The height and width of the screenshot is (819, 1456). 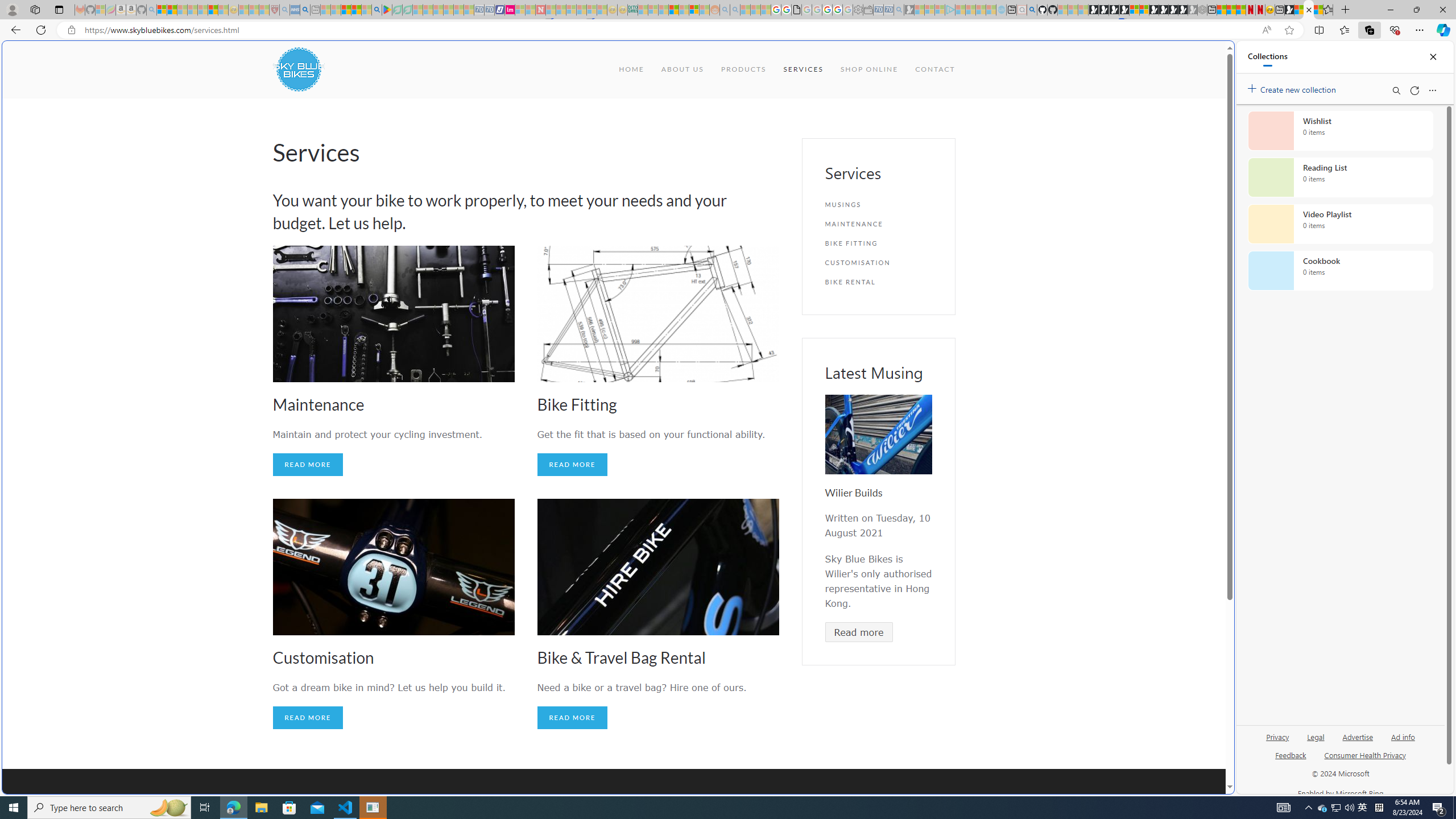 What do you see at coordinates (878, 205) in the screenshot?
I see `'MUSINGS'` at bounding box center [878, 205].